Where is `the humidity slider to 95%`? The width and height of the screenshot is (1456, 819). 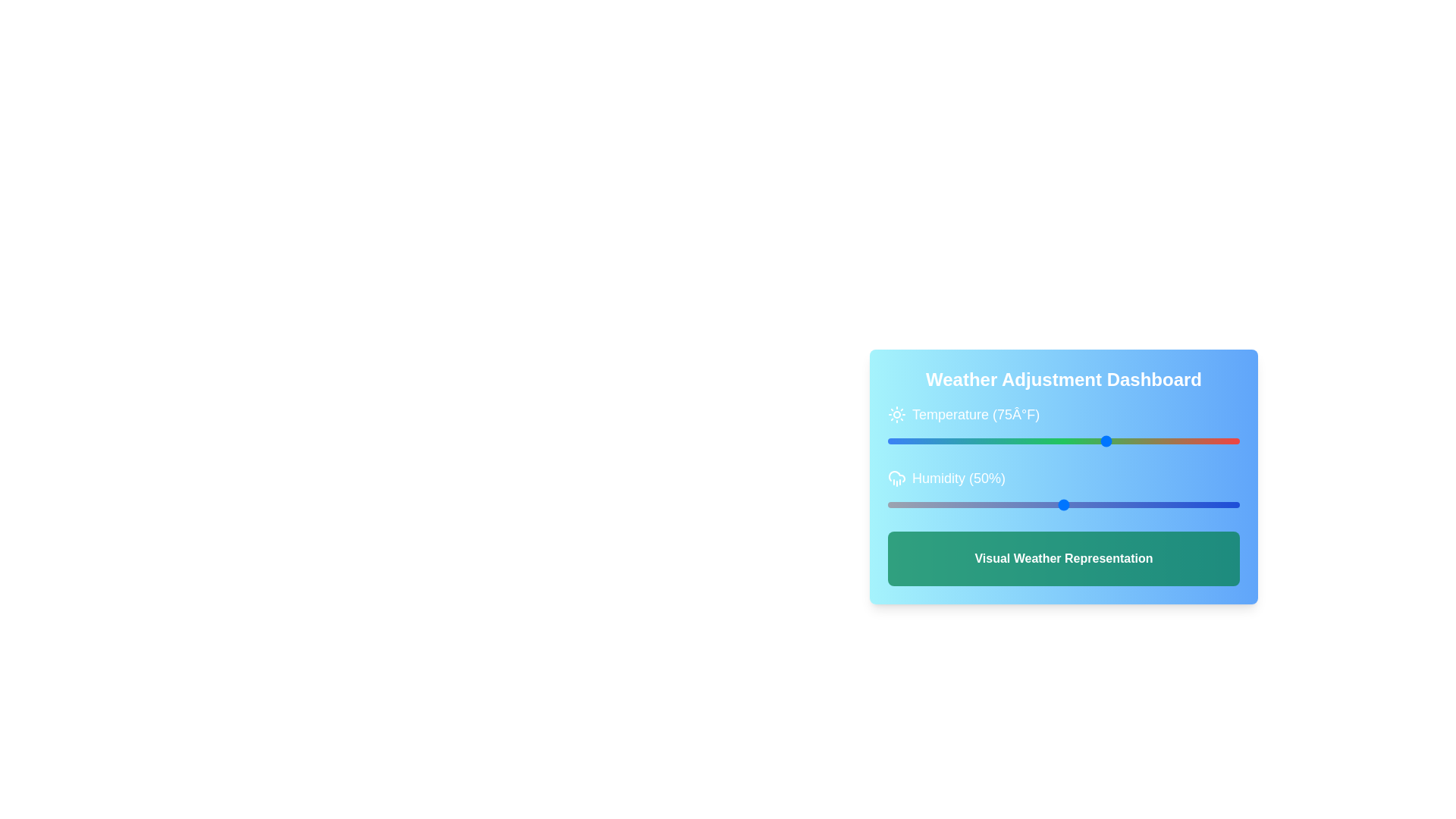 the humidity slider to 95% is located at coordinates (1222, 505).